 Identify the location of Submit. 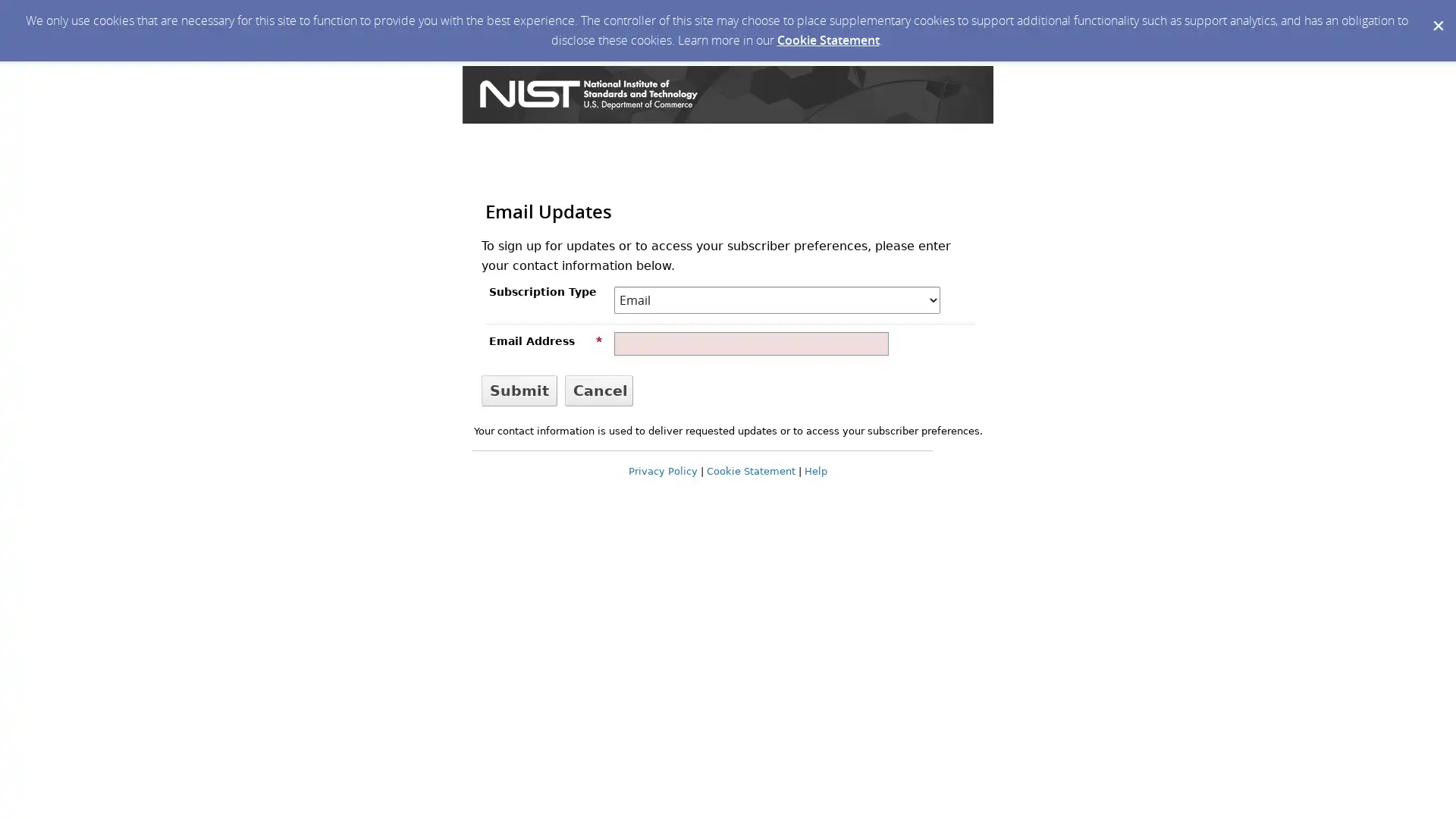
(519, 389).